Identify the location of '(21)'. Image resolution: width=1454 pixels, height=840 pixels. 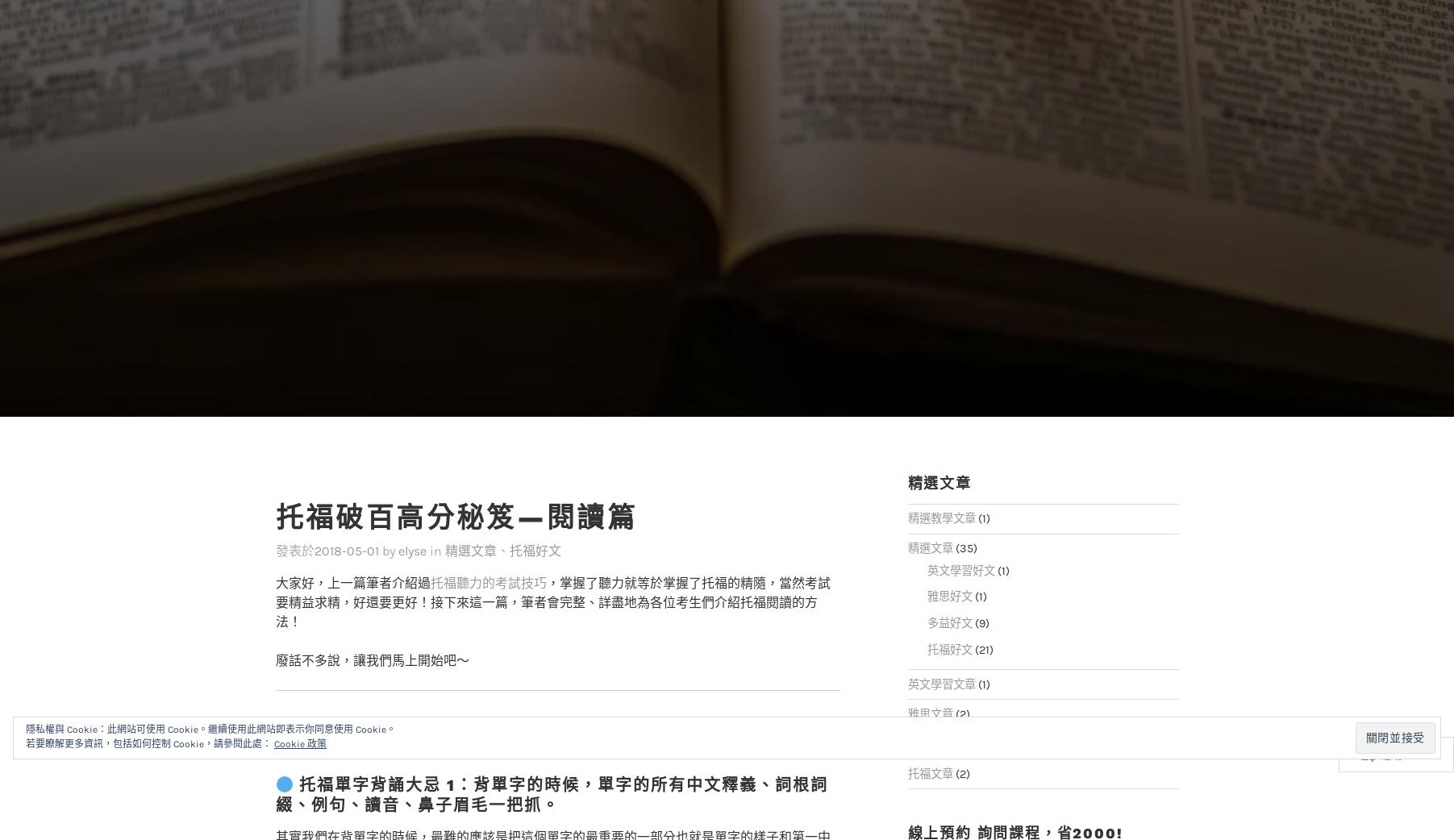
(970, 616).